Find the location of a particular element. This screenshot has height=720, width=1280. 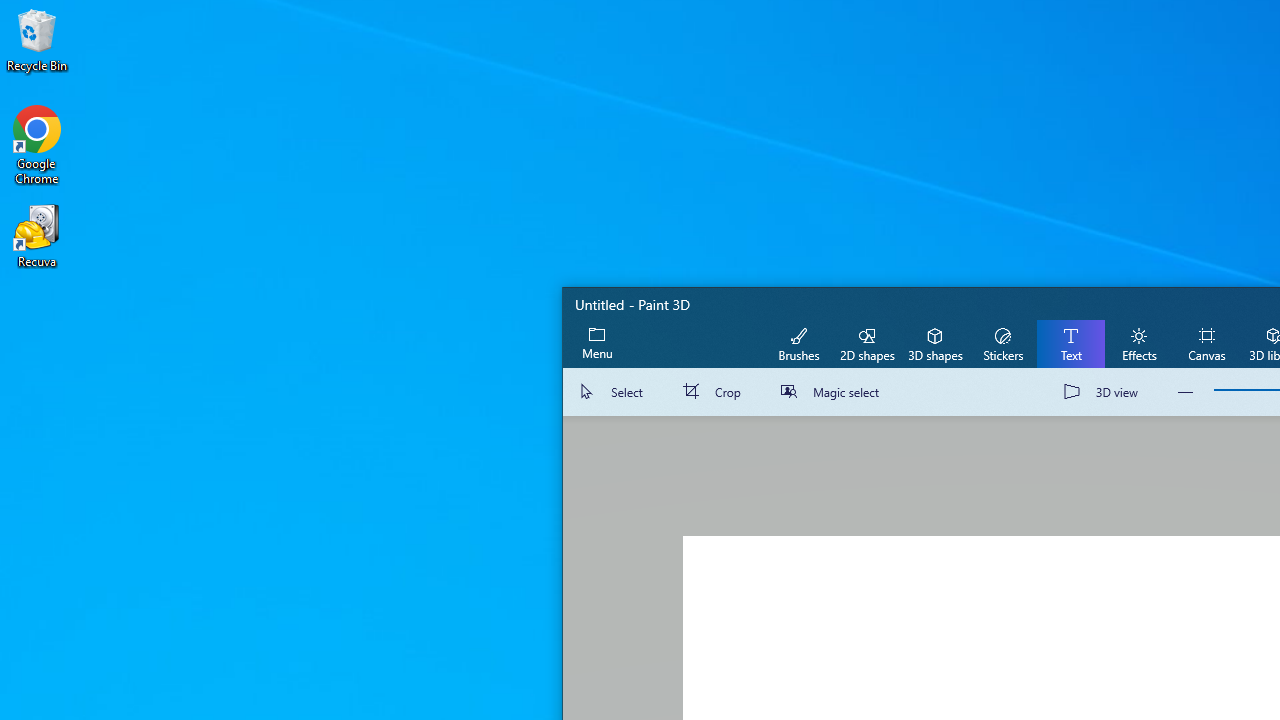

'Select' is located at coordinates (614, 392).